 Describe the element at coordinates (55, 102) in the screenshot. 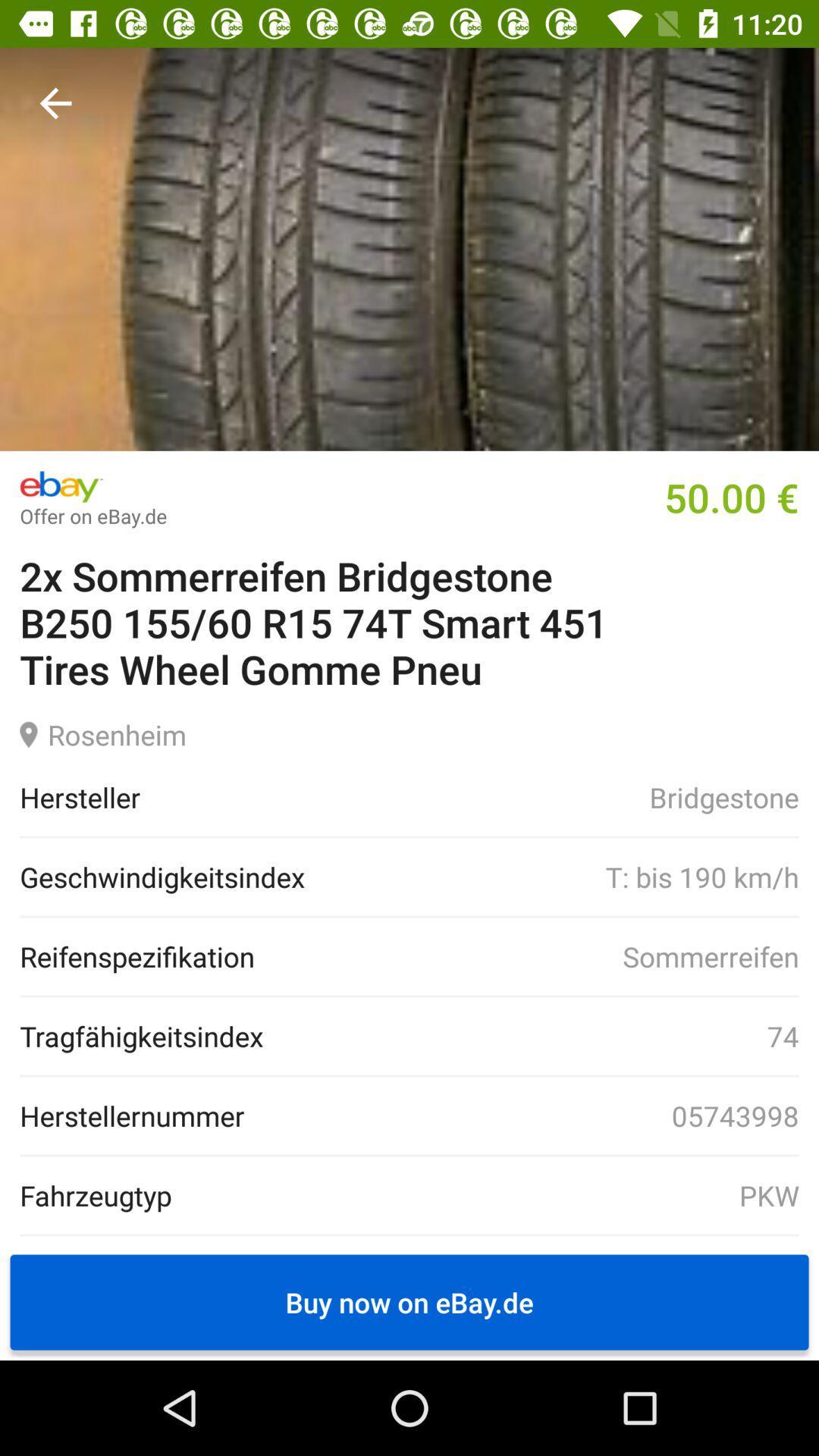

I see `go back` at that location.